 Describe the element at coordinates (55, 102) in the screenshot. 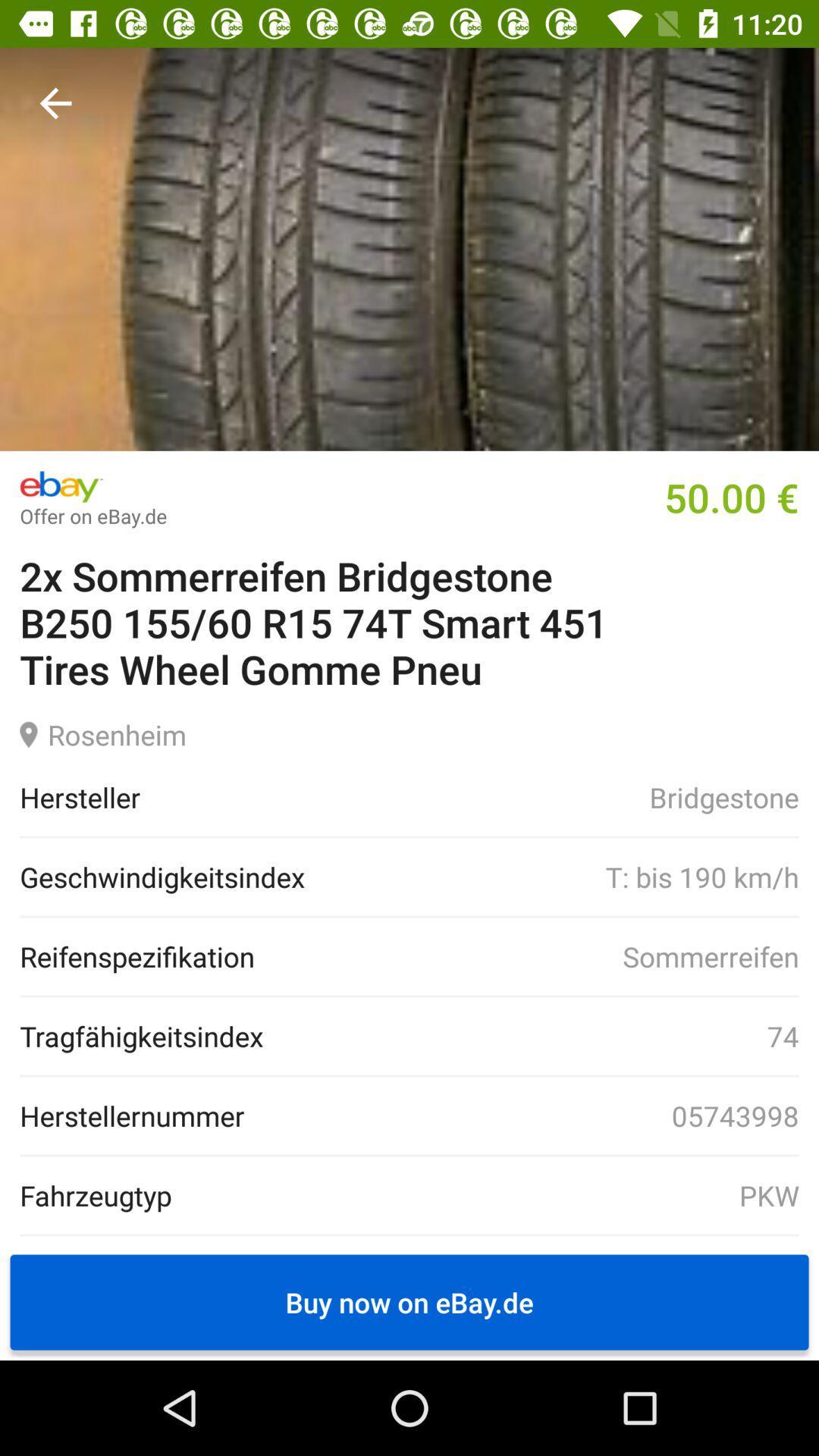

I see `go back` at that location.